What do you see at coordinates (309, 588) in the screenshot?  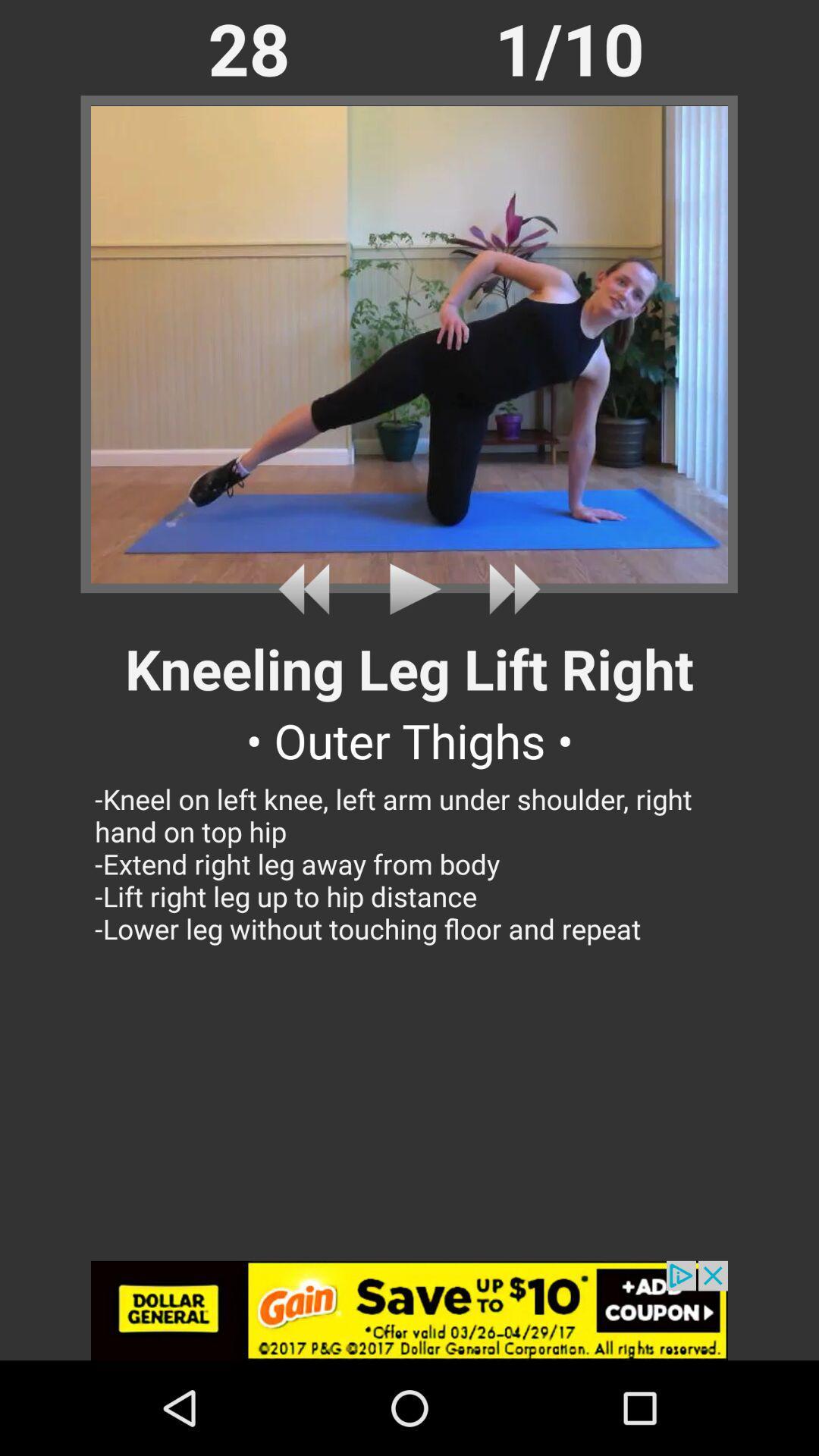 I see `previous step` at bounding box center [309, 588].